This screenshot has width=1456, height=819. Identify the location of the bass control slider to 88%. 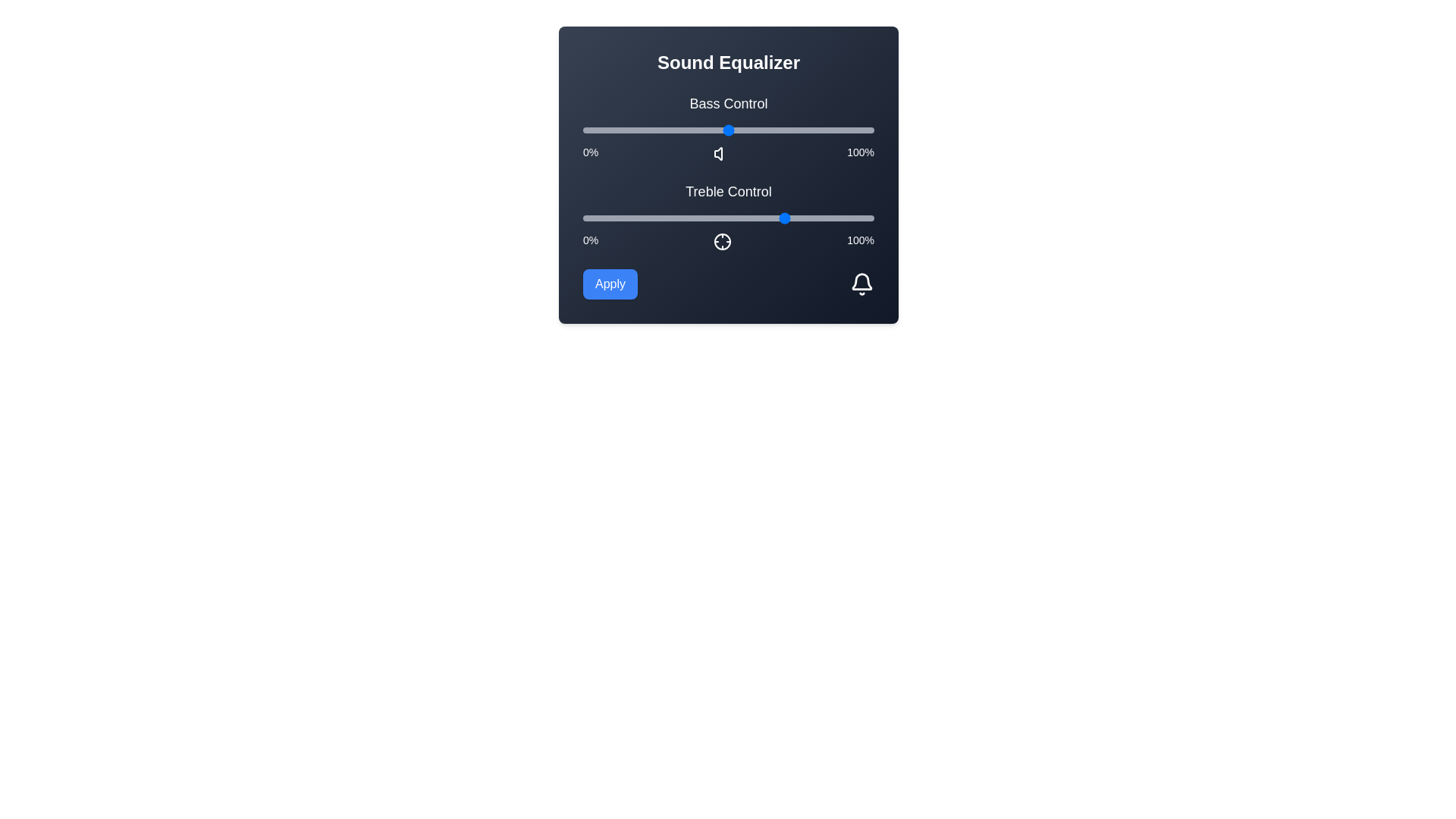
(838, 130).